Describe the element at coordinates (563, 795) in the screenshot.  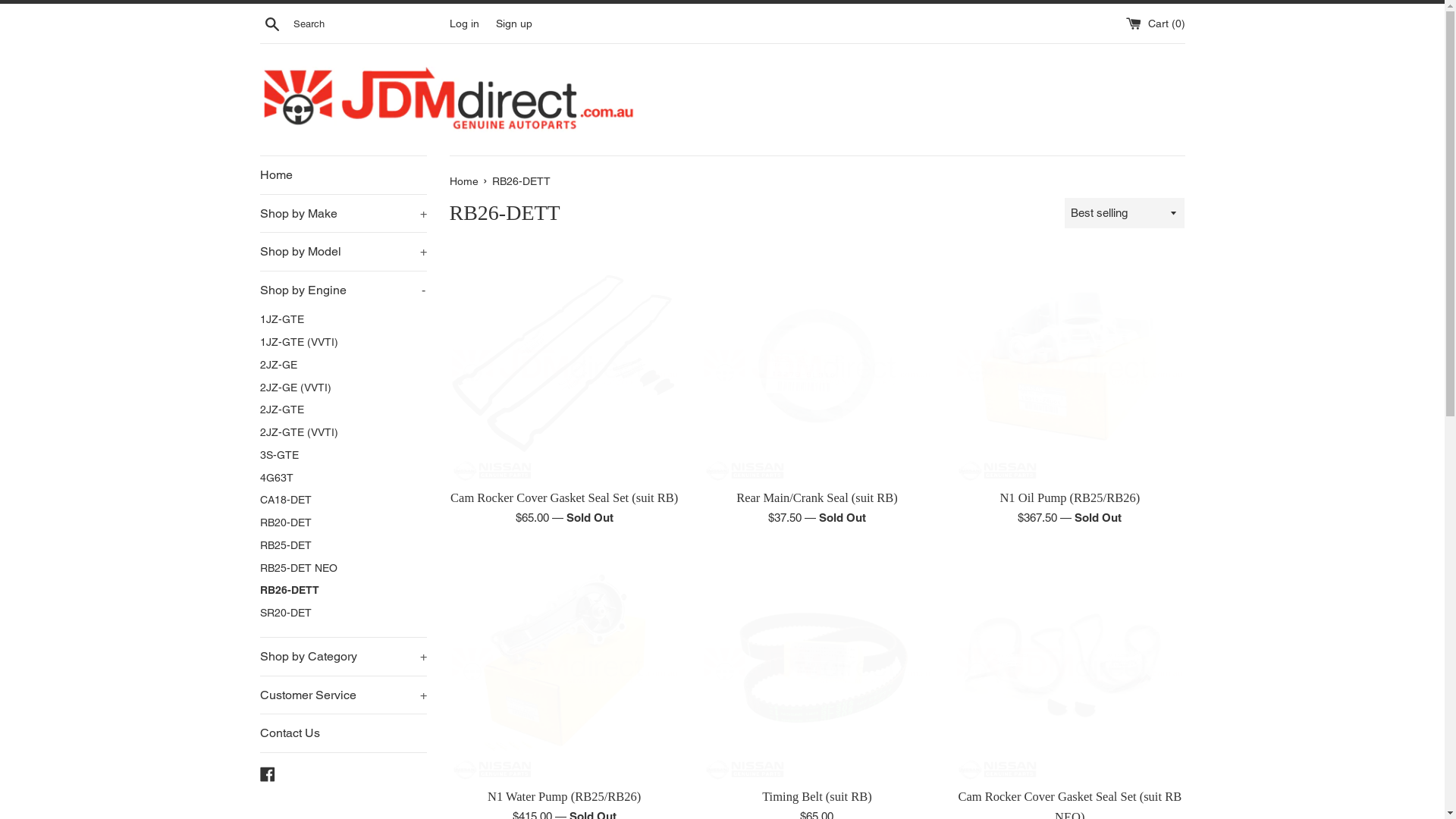
I see `'N1 Water Pump (RB25/RB26)'` at that location.